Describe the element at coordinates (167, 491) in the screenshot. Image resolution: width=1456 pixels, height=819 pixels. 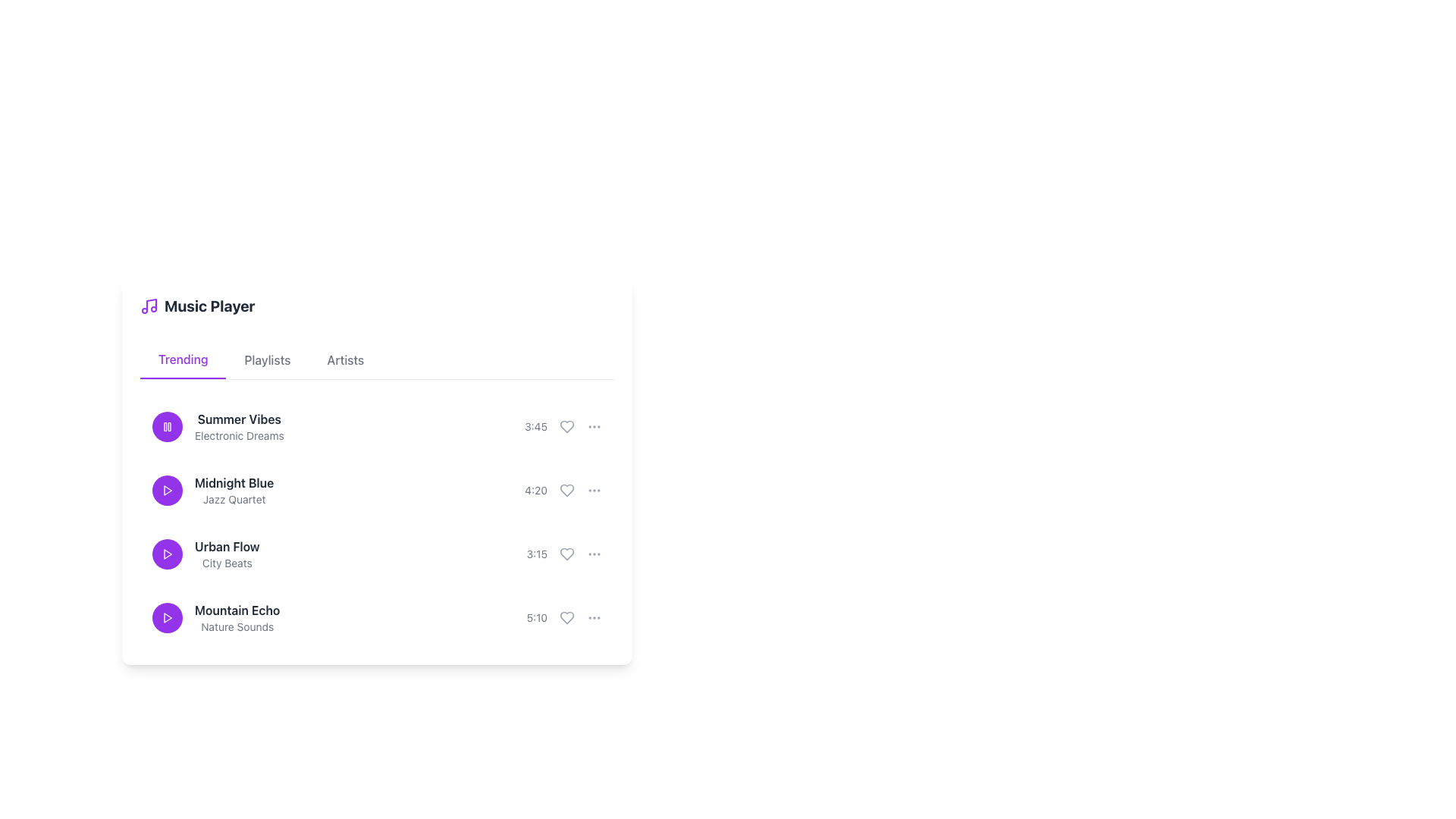
I see `the circular button with a purple background and a white triangular play icon in the 'Trending' section of the music player` at that location.